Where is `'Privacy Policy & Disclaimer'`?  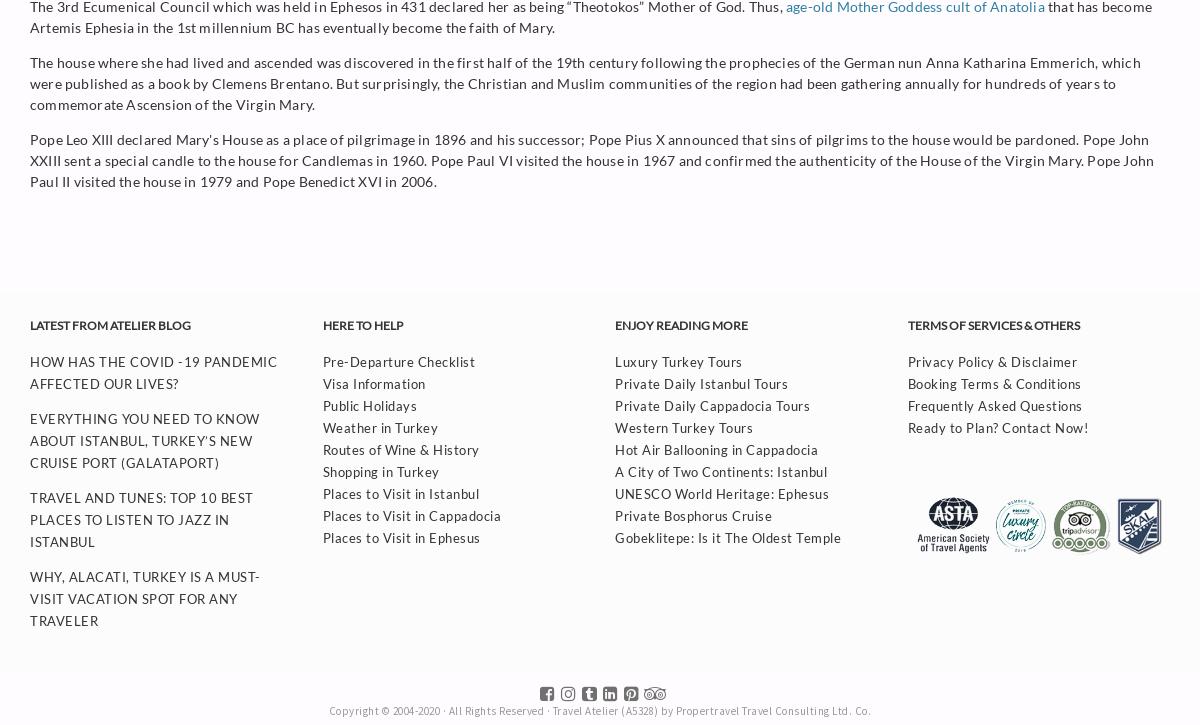 'Privacy Policy & Disclaimer' is located at coordinates (906, 360).